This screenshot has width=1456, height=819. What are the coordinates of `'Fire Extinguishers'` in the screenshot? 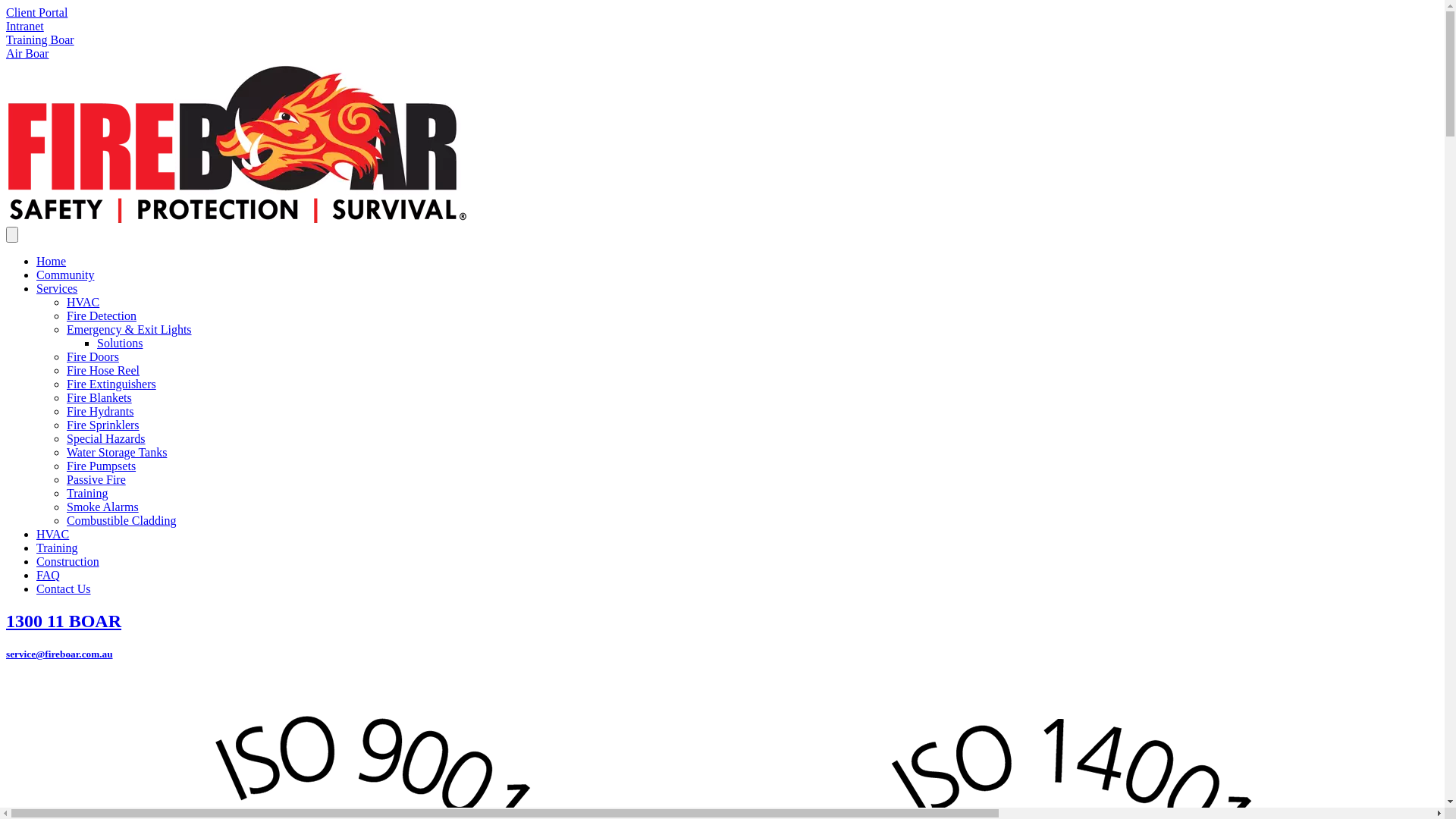 It's located at (65, 383).